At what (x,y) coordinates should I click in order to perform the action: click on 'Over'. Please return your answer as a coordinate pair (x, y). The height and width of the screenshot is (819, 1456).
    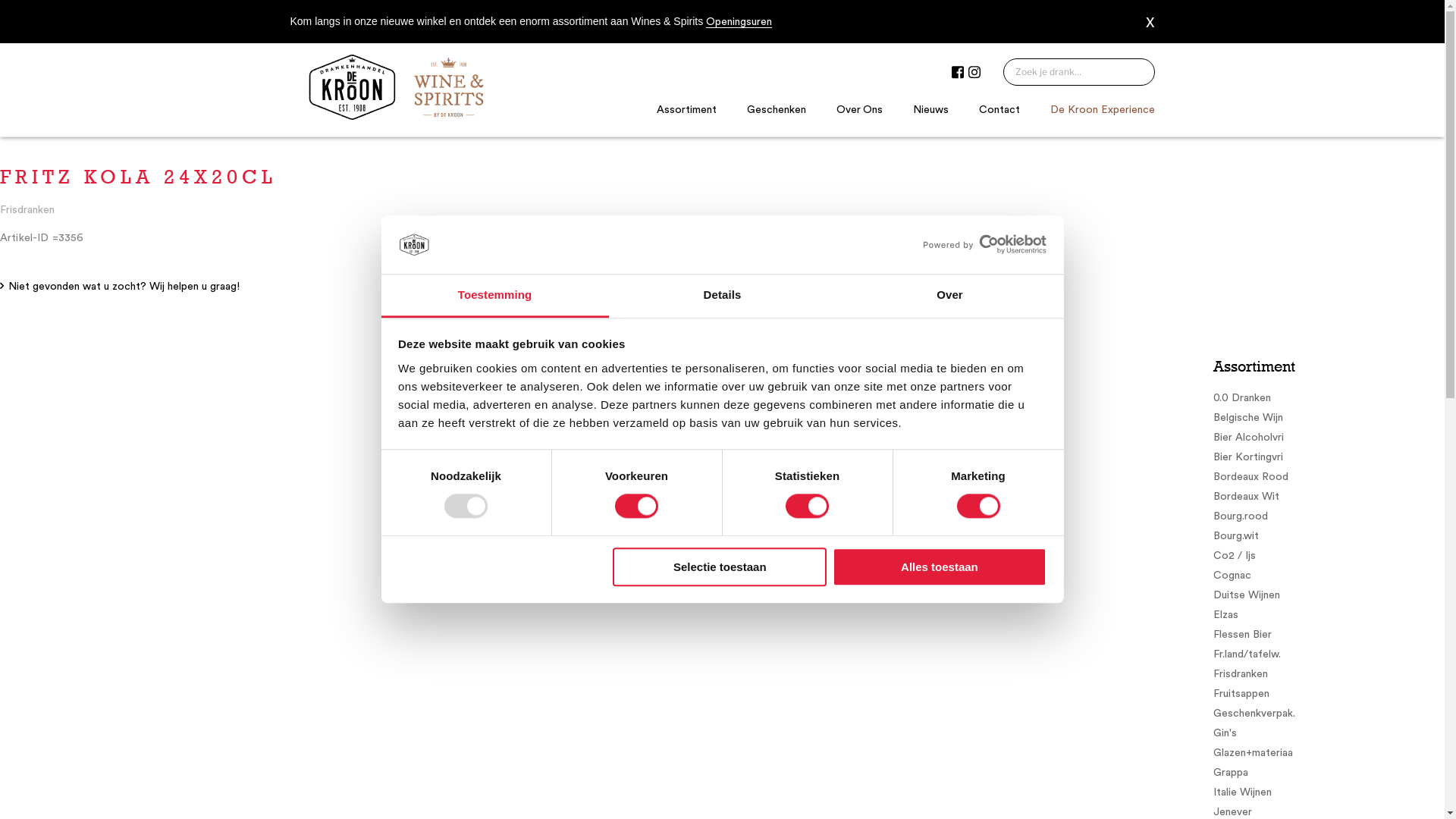
    Looking at the image, I should click on (949, 296).